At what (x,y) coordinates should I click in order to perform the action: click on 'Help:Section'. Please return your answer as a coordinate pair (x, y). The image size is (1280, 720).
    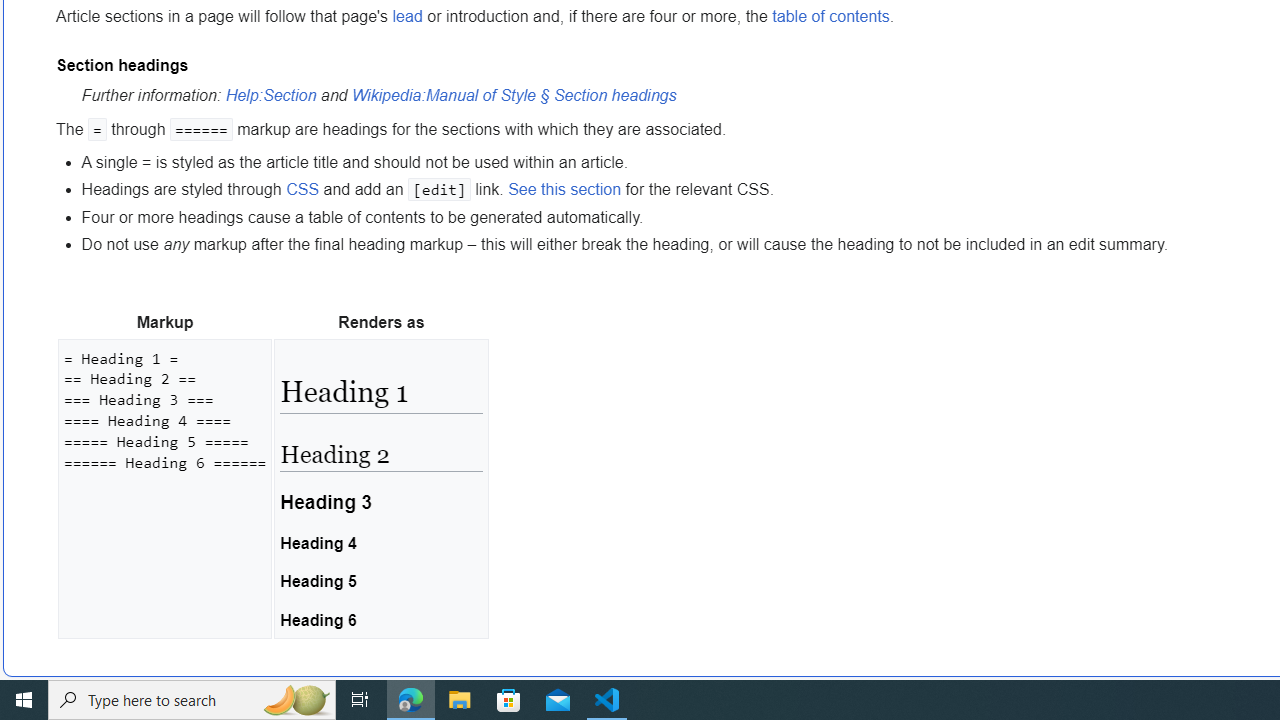
    Looking at the image, I should click on (270, 96).